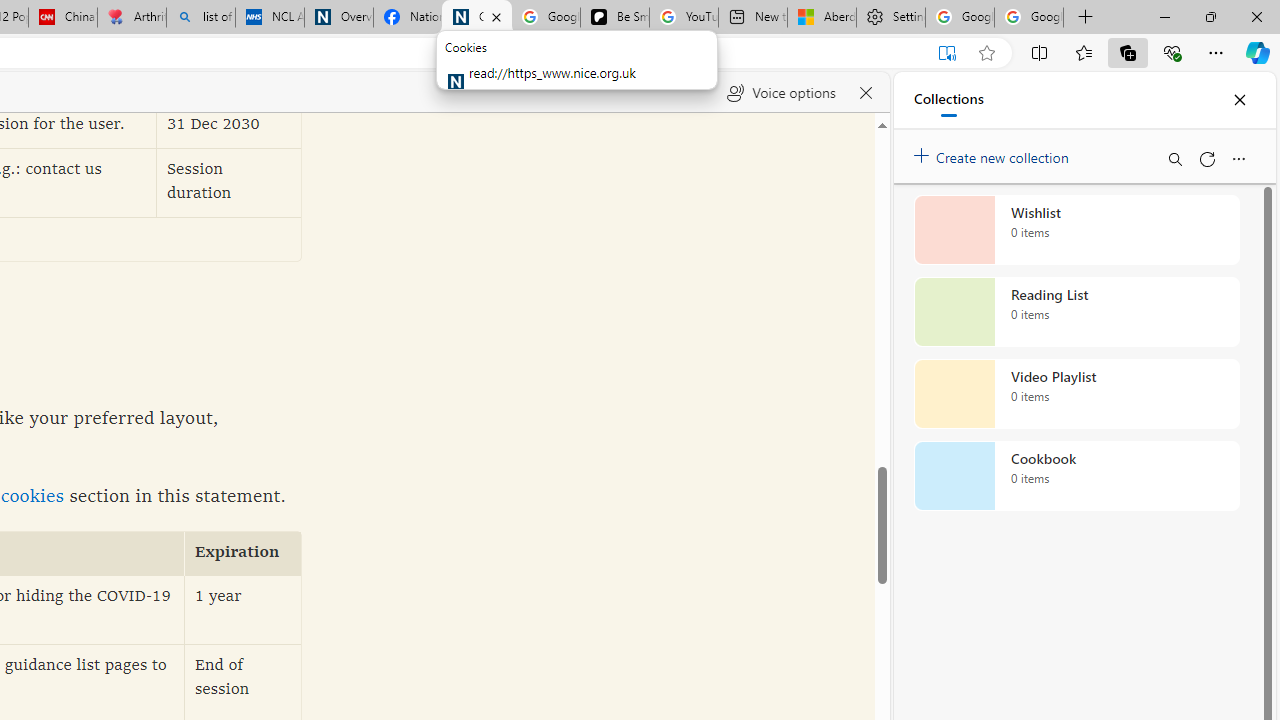 The height and width of the screenshot is (720, 1280). What do you see at coordinates (1076, 394) in the screenshot?
I see `'Video Playlist collection, 0 items'` at bounding box center [1076, 394].